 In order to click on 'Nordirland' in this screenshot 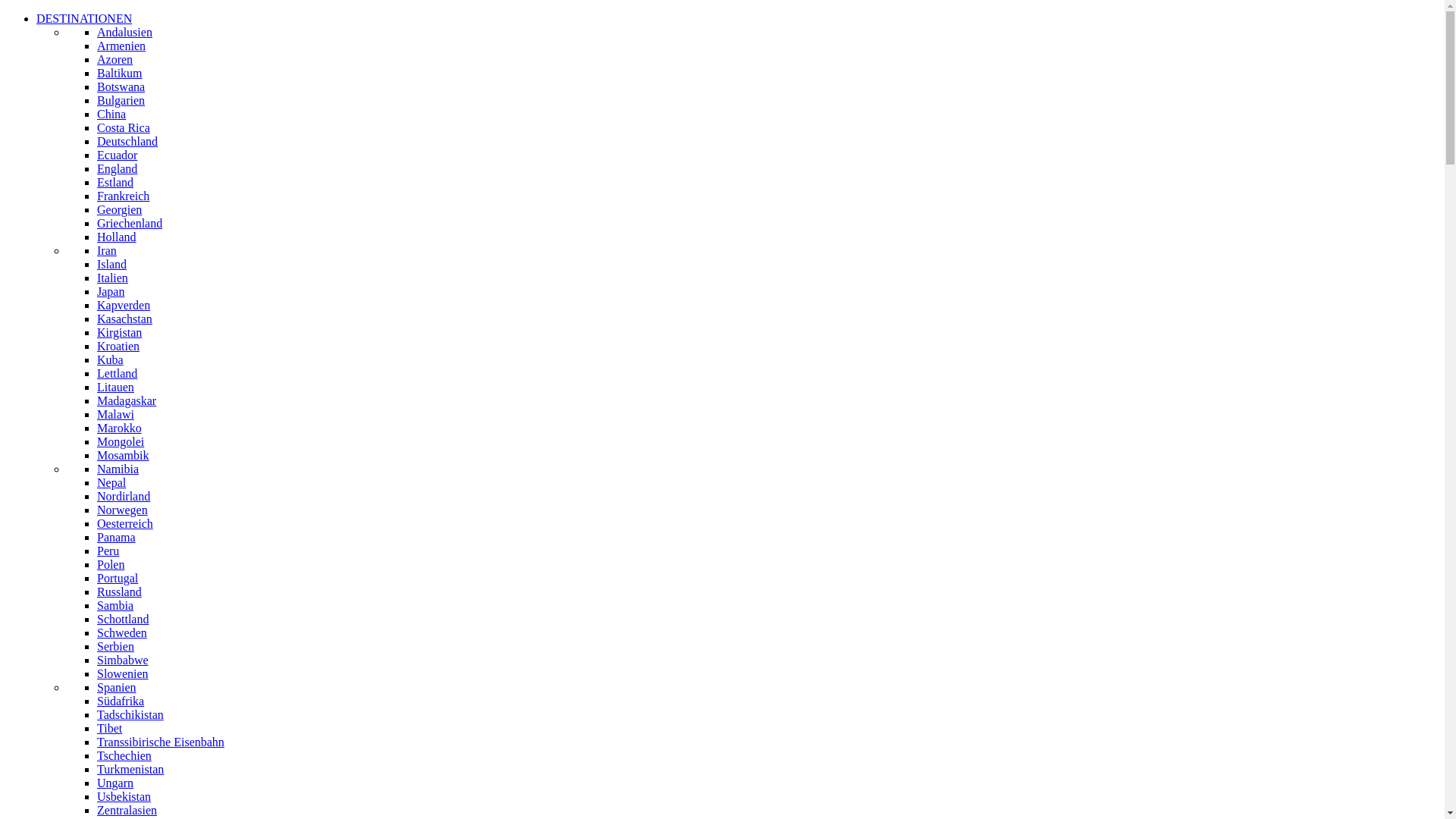, I will do `click(124, 496)`.